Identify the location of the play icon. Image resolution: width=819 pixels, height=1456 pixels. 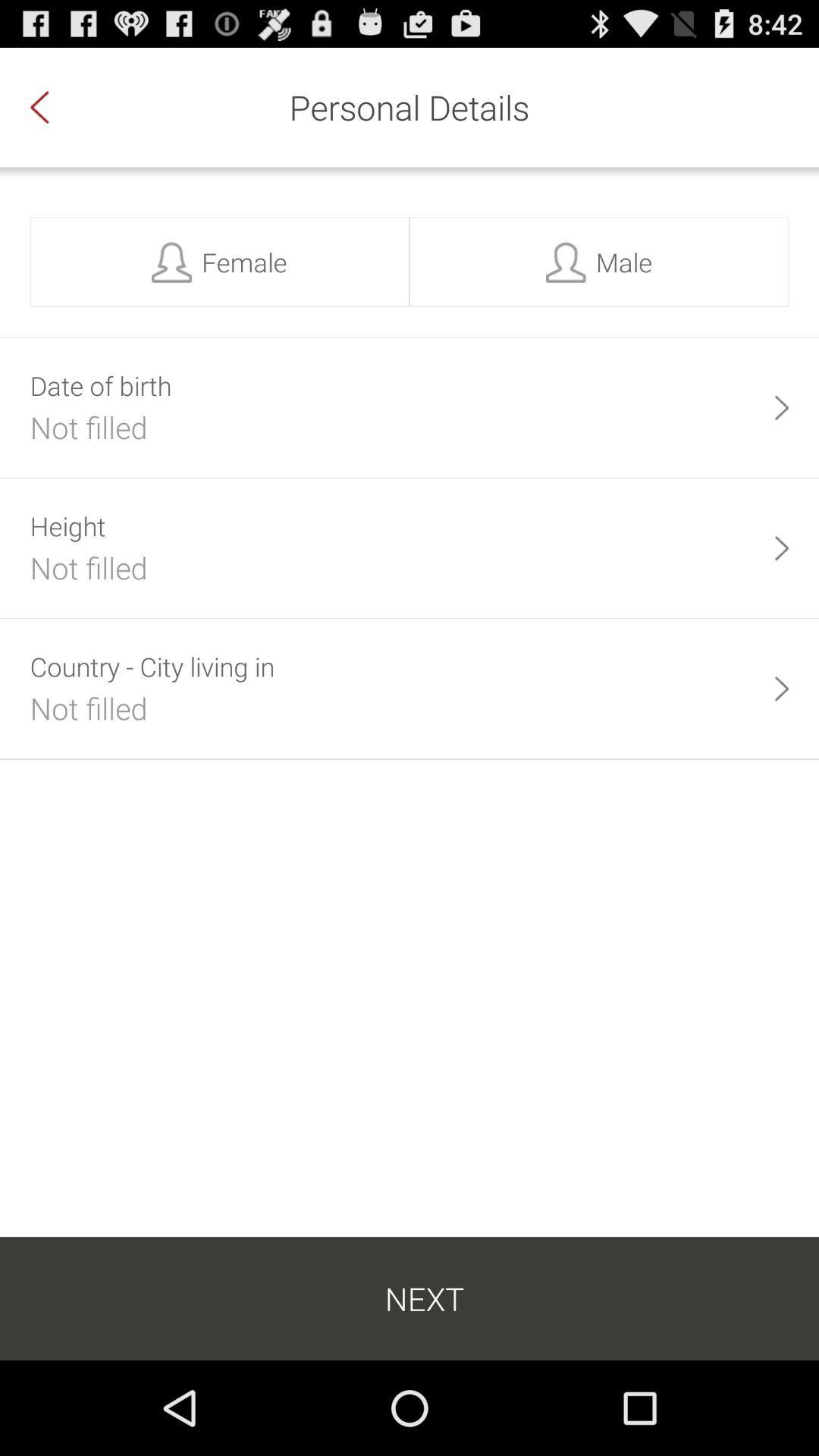
(781, 435).